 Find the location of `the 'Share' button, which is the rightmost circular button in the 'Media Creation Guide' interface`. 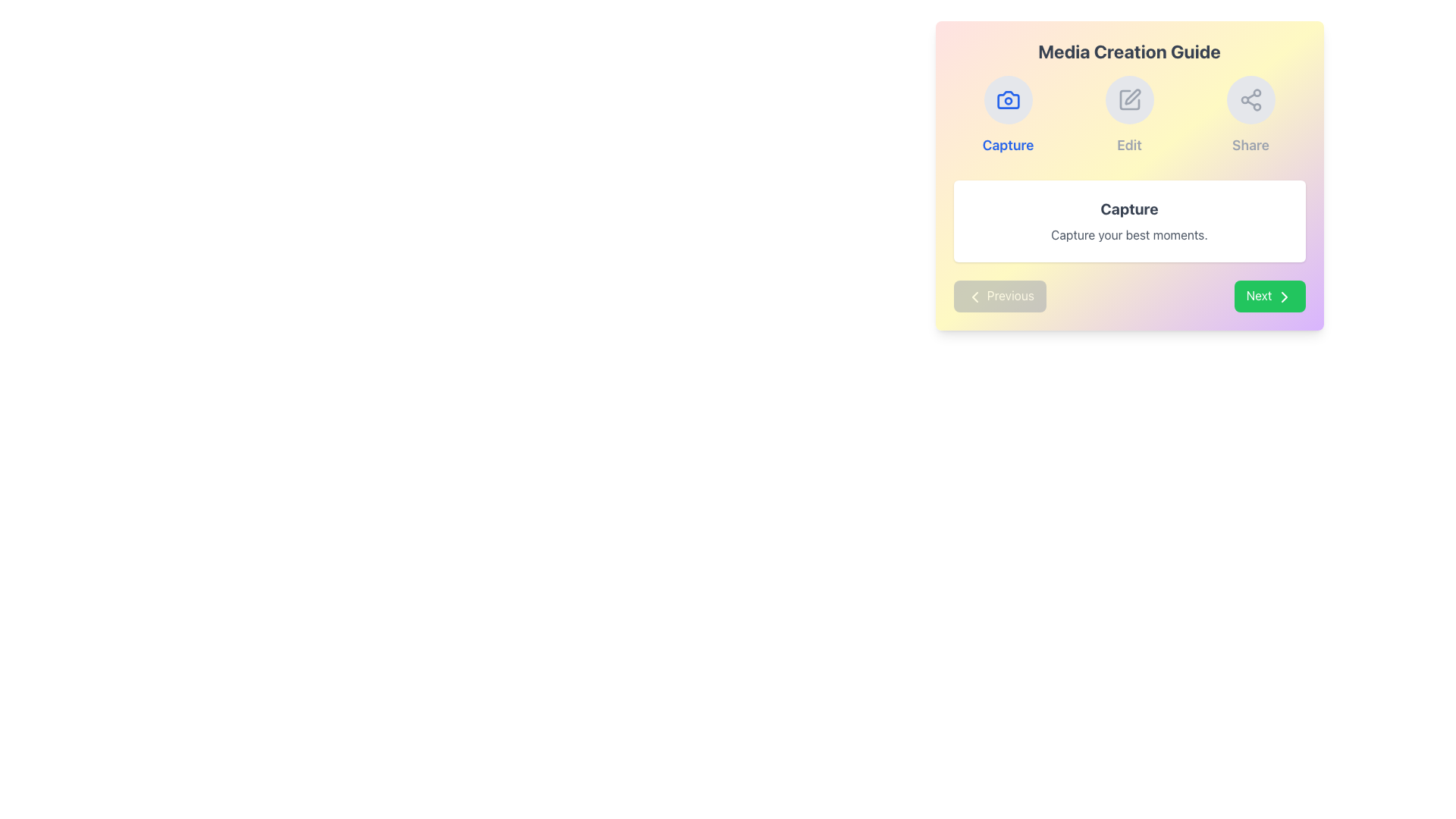

the 'Share' button, which is the rightmost circular button in the 'Media Creation Guide' interface is located at coordinates (1250, 99).